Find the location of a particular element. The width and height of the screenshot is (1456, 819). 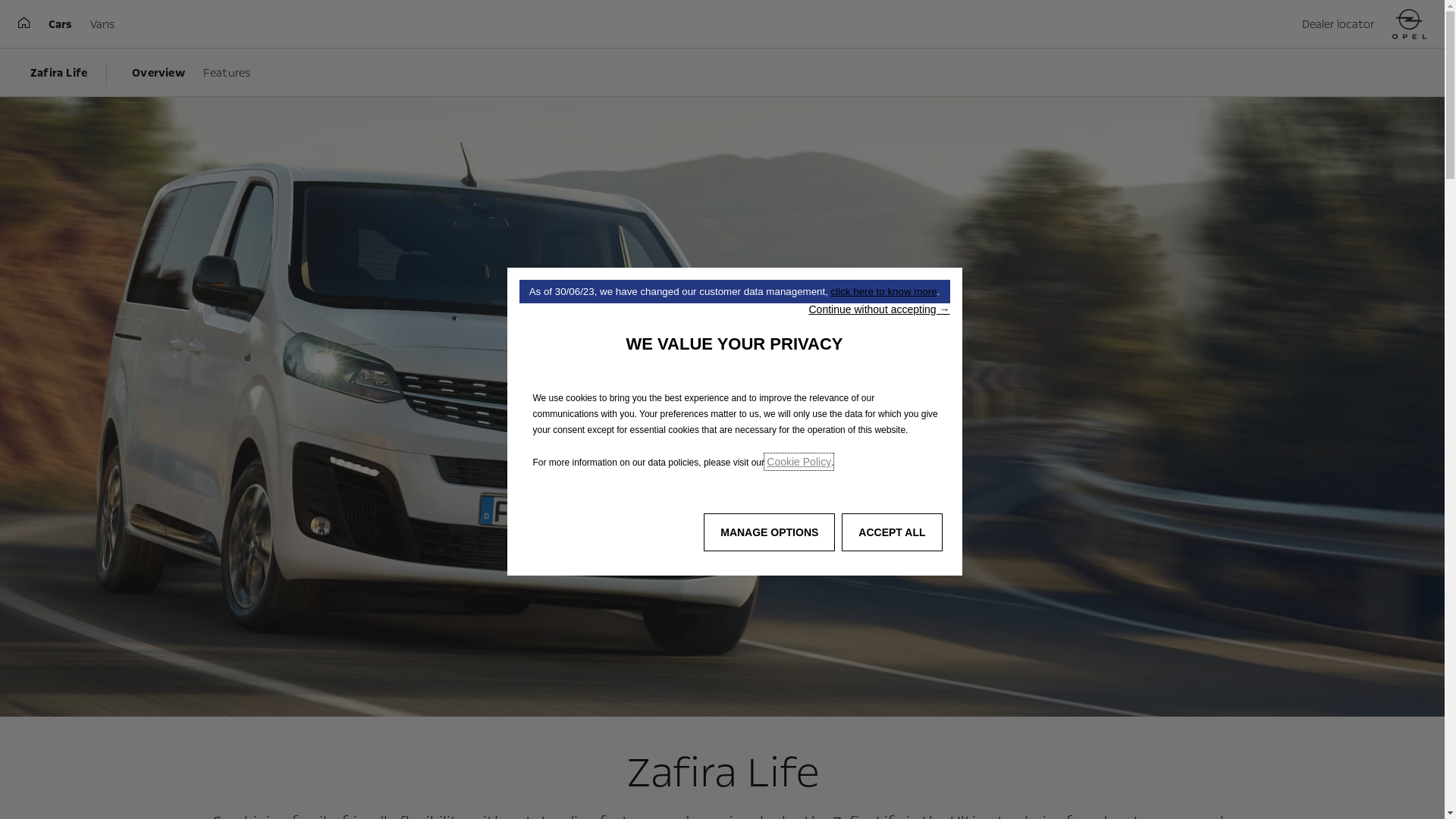

'Features' is located at coordinates (226, 73).